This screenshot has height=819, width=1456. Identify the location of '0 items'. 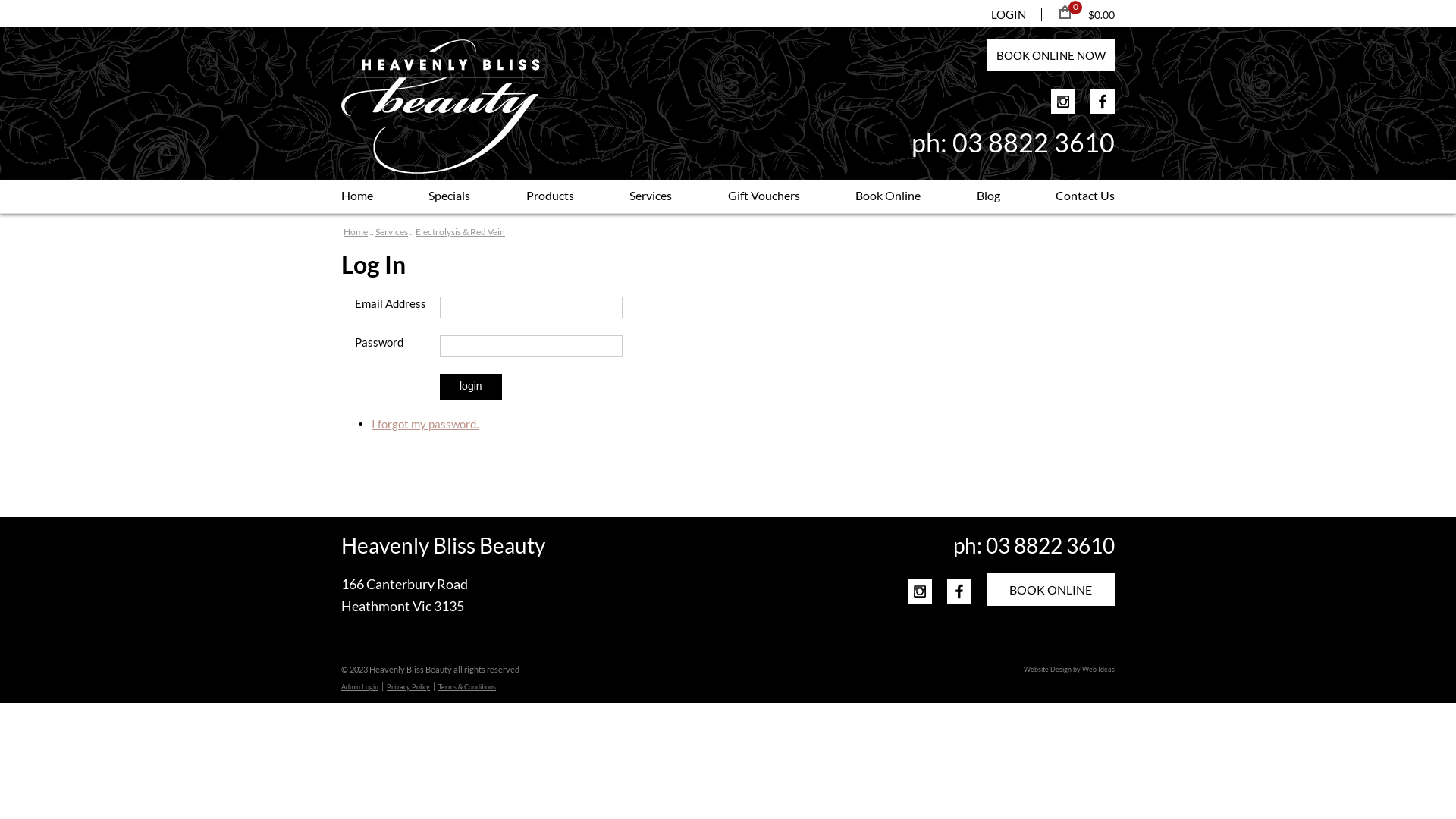
(1068, 8).